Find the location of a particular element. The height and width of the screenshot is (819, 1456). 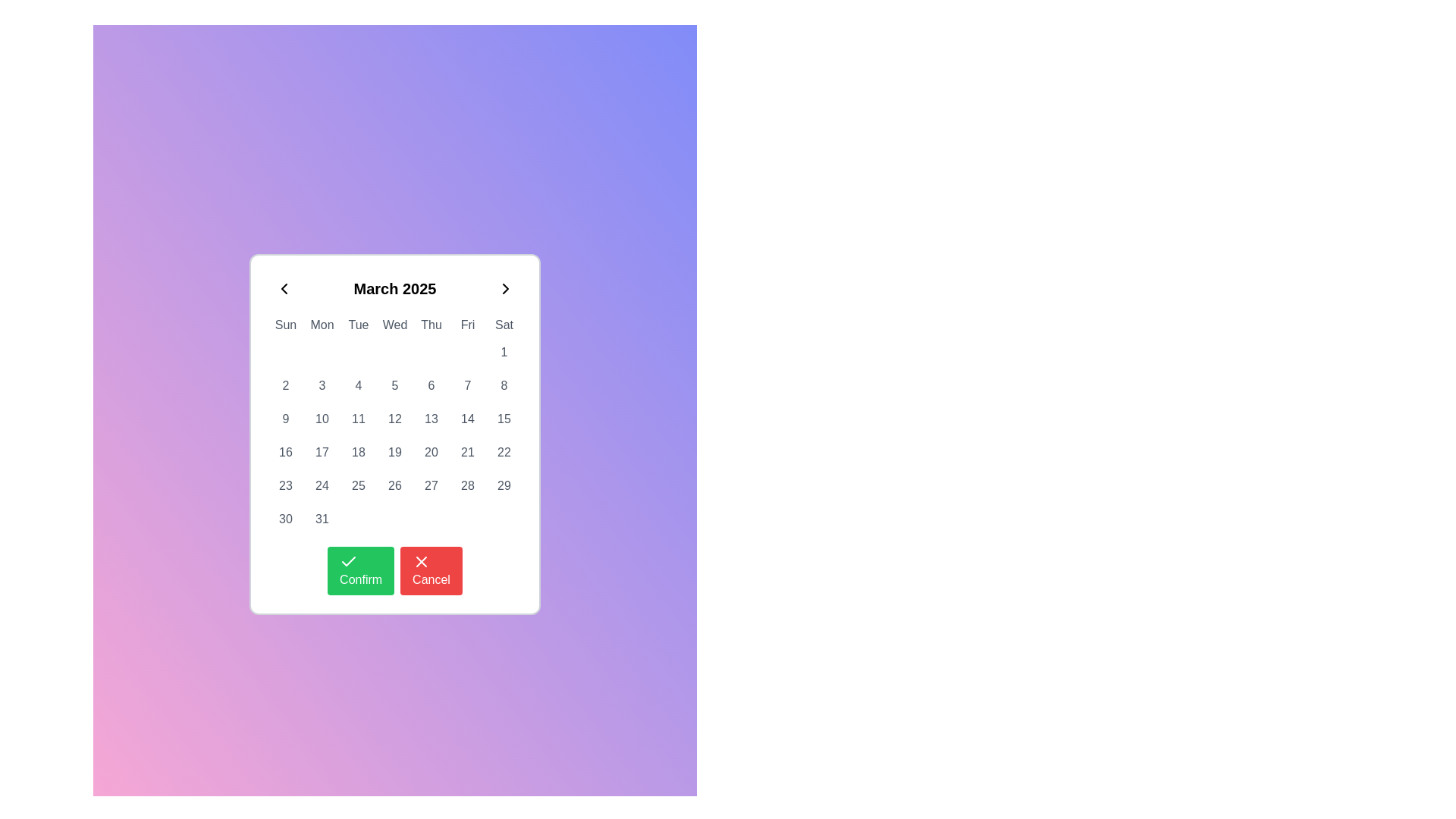

the calendar button for March 6, 2025, located under the 'Fri' column in the first row is located at coordinates (431, 385).